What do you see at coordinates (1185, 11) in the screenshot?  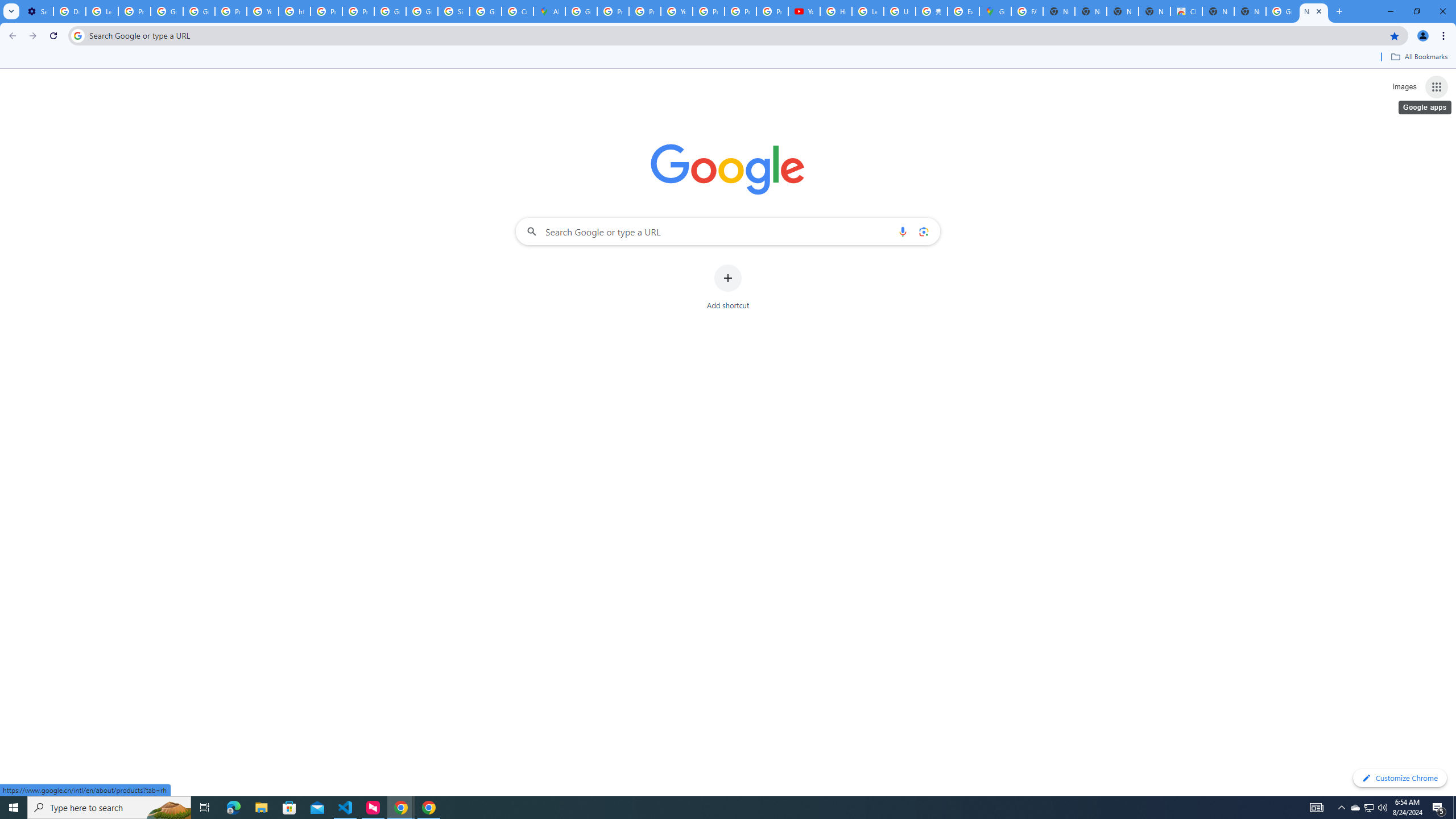 I see `'Chrome Web Store'` at bounding box center [1185, 11].